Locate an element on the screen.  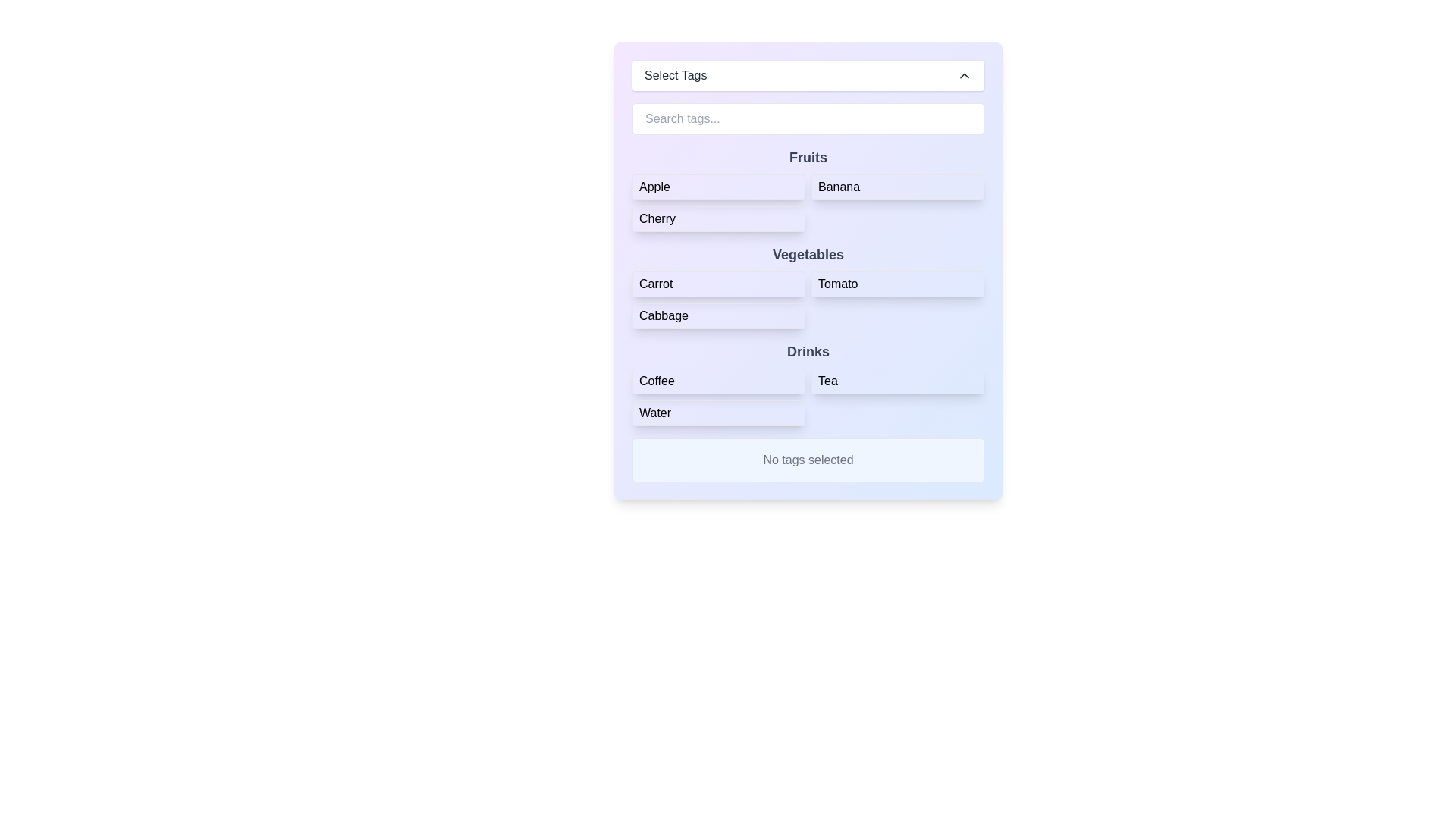
the text label displaying 'Coffee' located in the 'Drinks' section, which is the first item in the row alongside 'Tea' and 'Water' is located at coordinates (657, 380).